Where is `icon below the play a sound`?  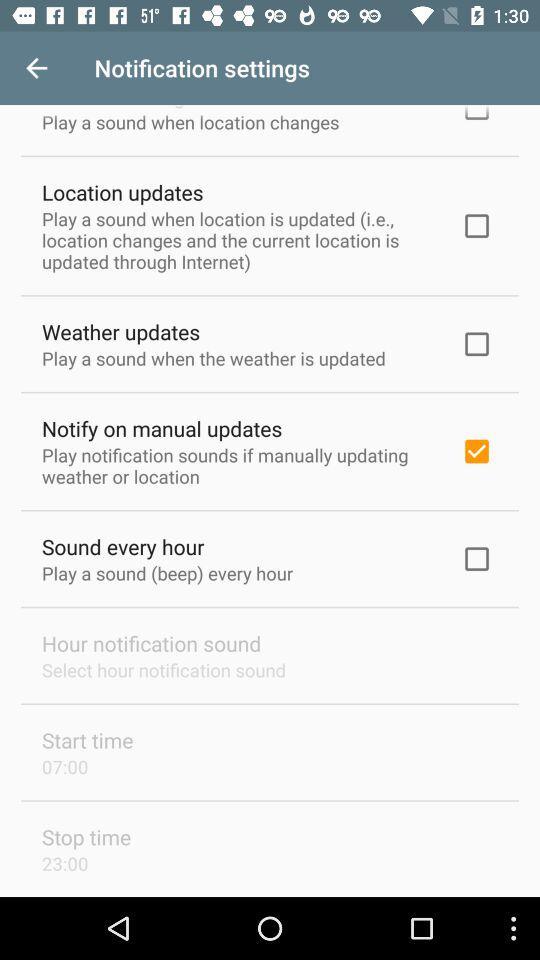 icon below the play a sound is located at coordinates (161, 428).